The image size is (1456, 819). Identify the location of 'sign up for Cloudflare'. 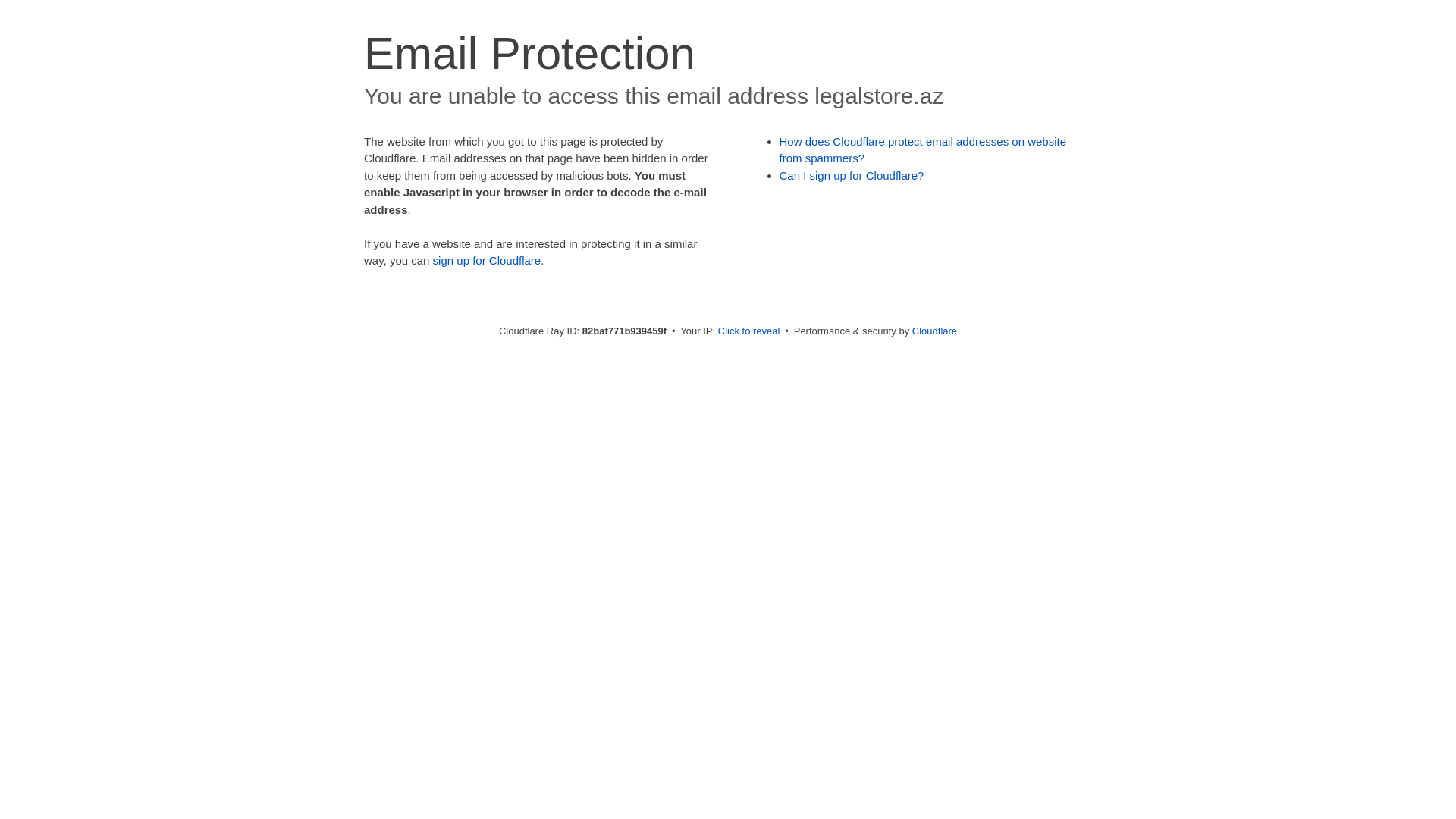
(487, 259).